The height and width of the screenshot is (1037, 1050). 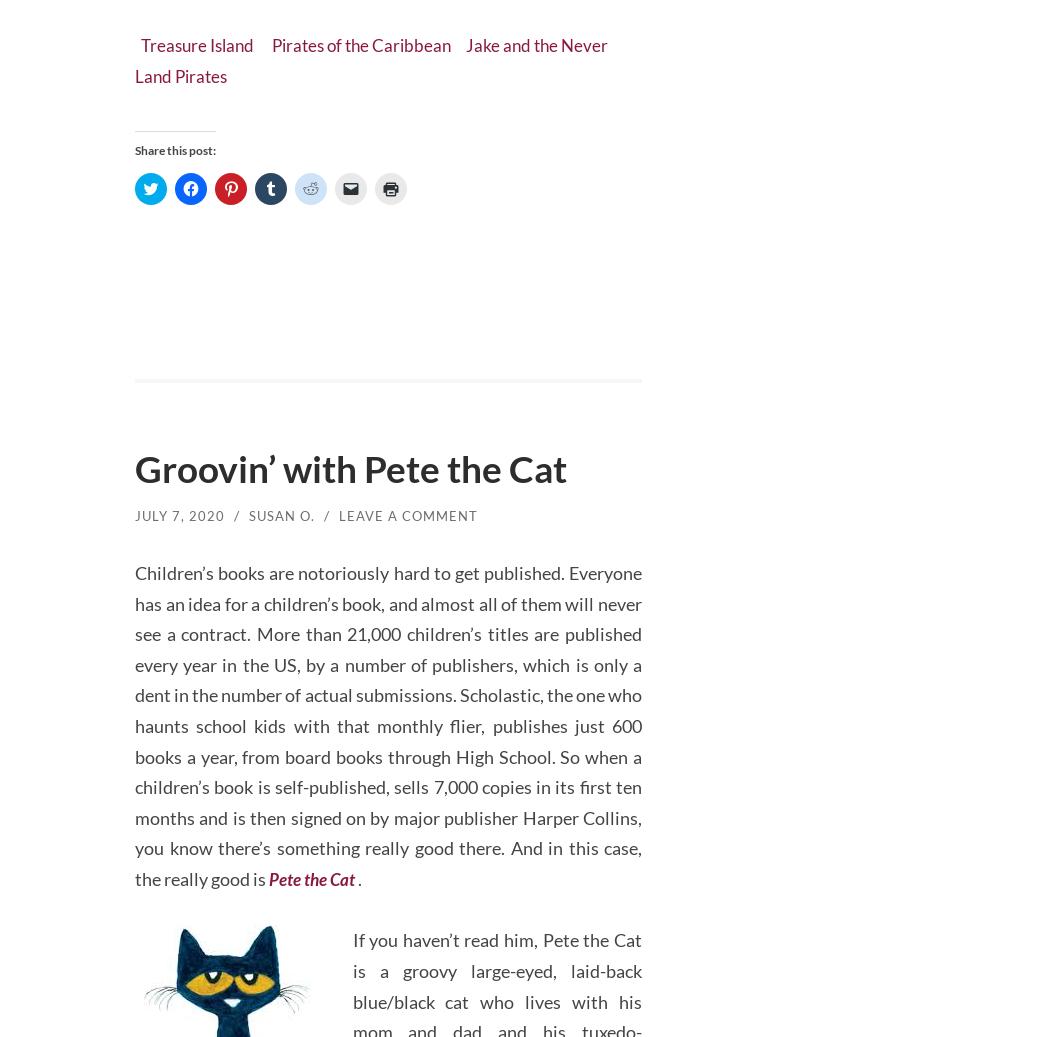 I want to click on 'Children’s books are notoriously hard to get published. Everyone has an idea for a children’s book, and almost all of them will never see a contract. More than 21,000 children’s titles are published every year in the US, by a number of publishers, which is only a dent in the number of actual submissions. Scholastic, the one who haunts school kids with that monthly flier, publishes just 600 books a year, from board books through High School. So when a children’s book is self-published, sells 7,000 copies in its first ten months and is then signed on by major publisher Harper Collins, you know there’s something really good there. And in this case, the really good is', so click(x=388, y=716).